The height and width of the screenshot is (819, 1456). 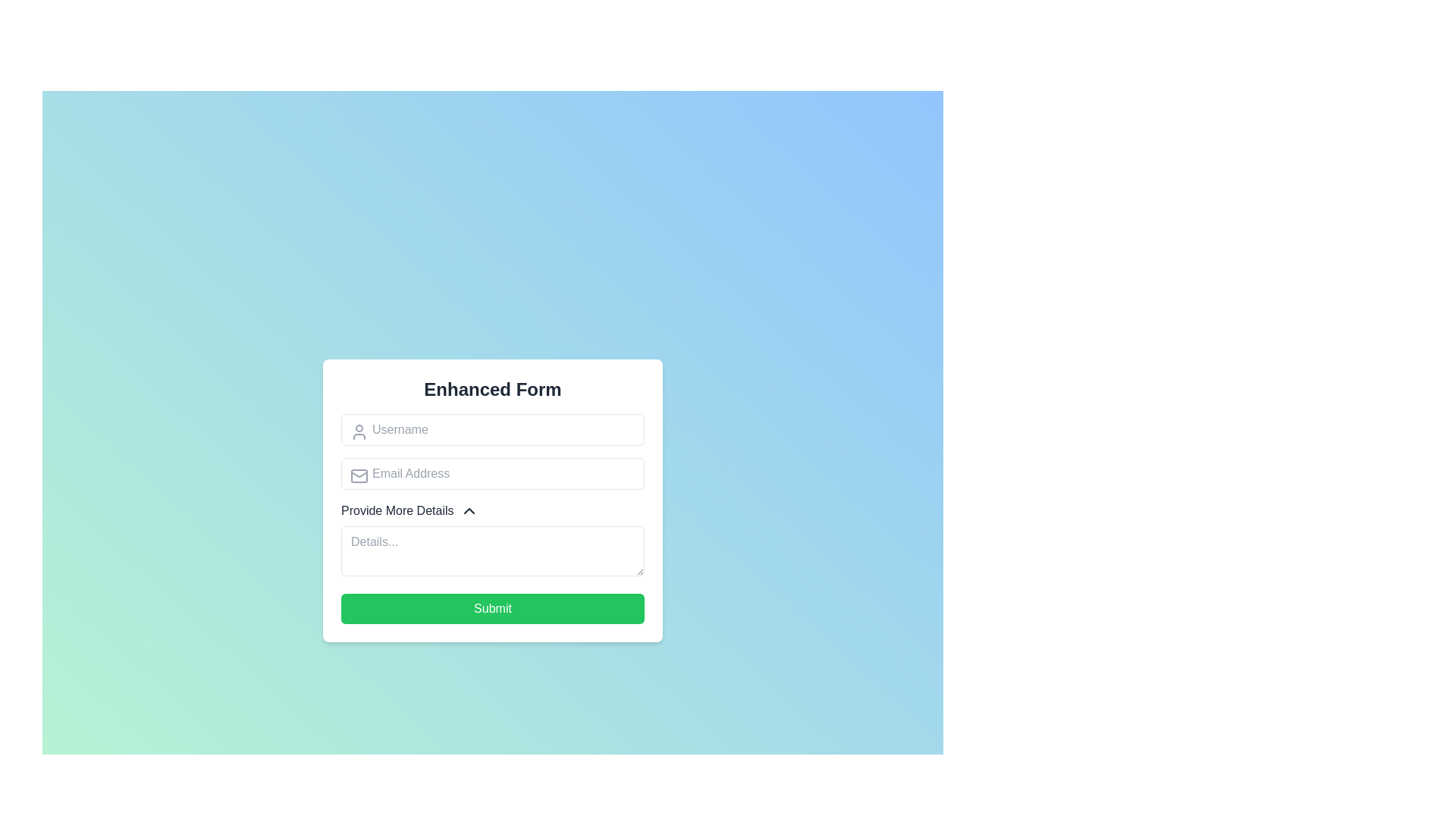 What do you see at coordinates (492, 607) in the screenshot?
I see `the 'Submit' button with a green background and white text` at bounding box center [492, 607].